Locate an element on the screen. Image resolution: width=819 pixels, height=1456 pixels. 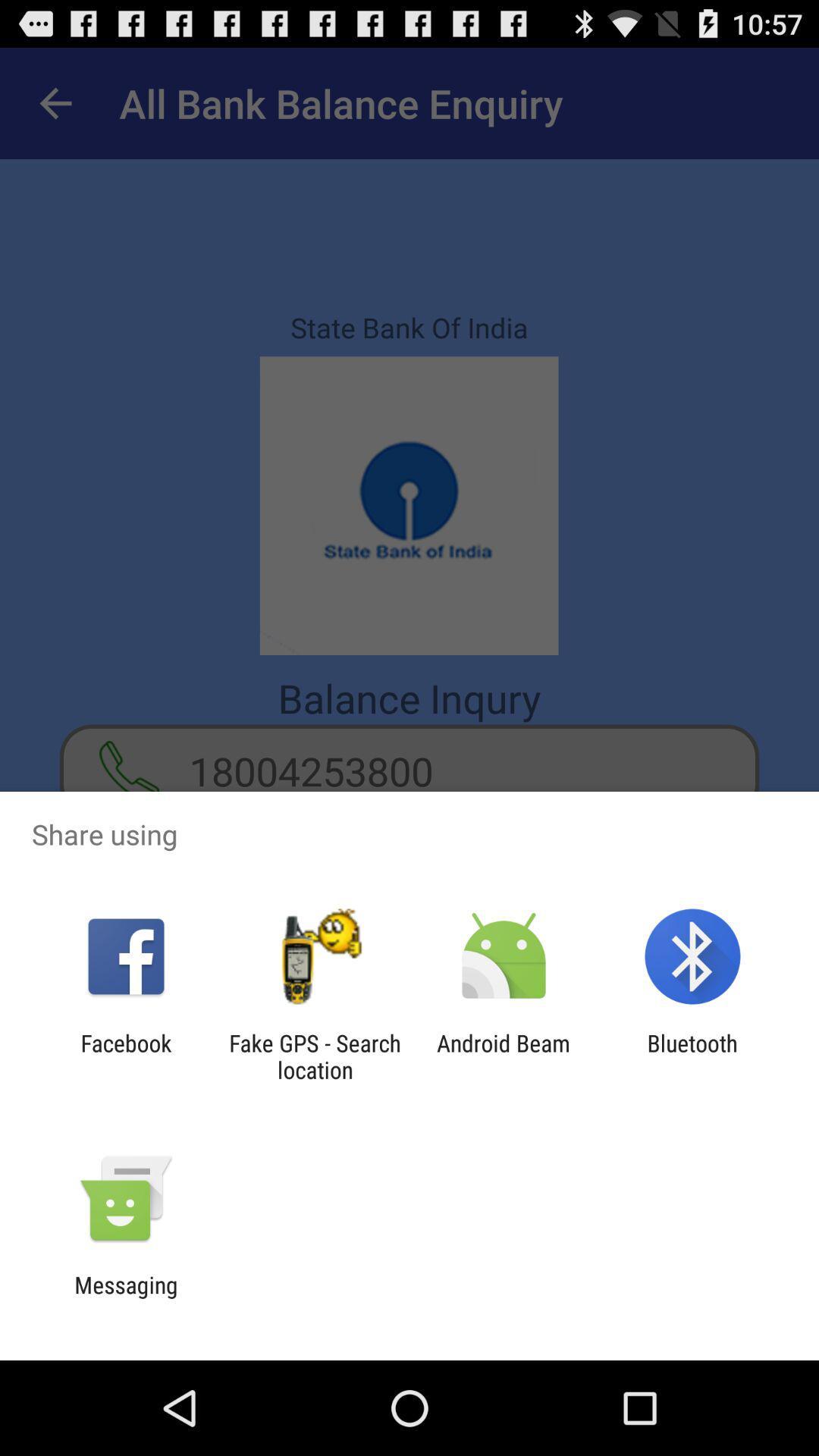
facebook icon is located at coordinates (125, 1056).